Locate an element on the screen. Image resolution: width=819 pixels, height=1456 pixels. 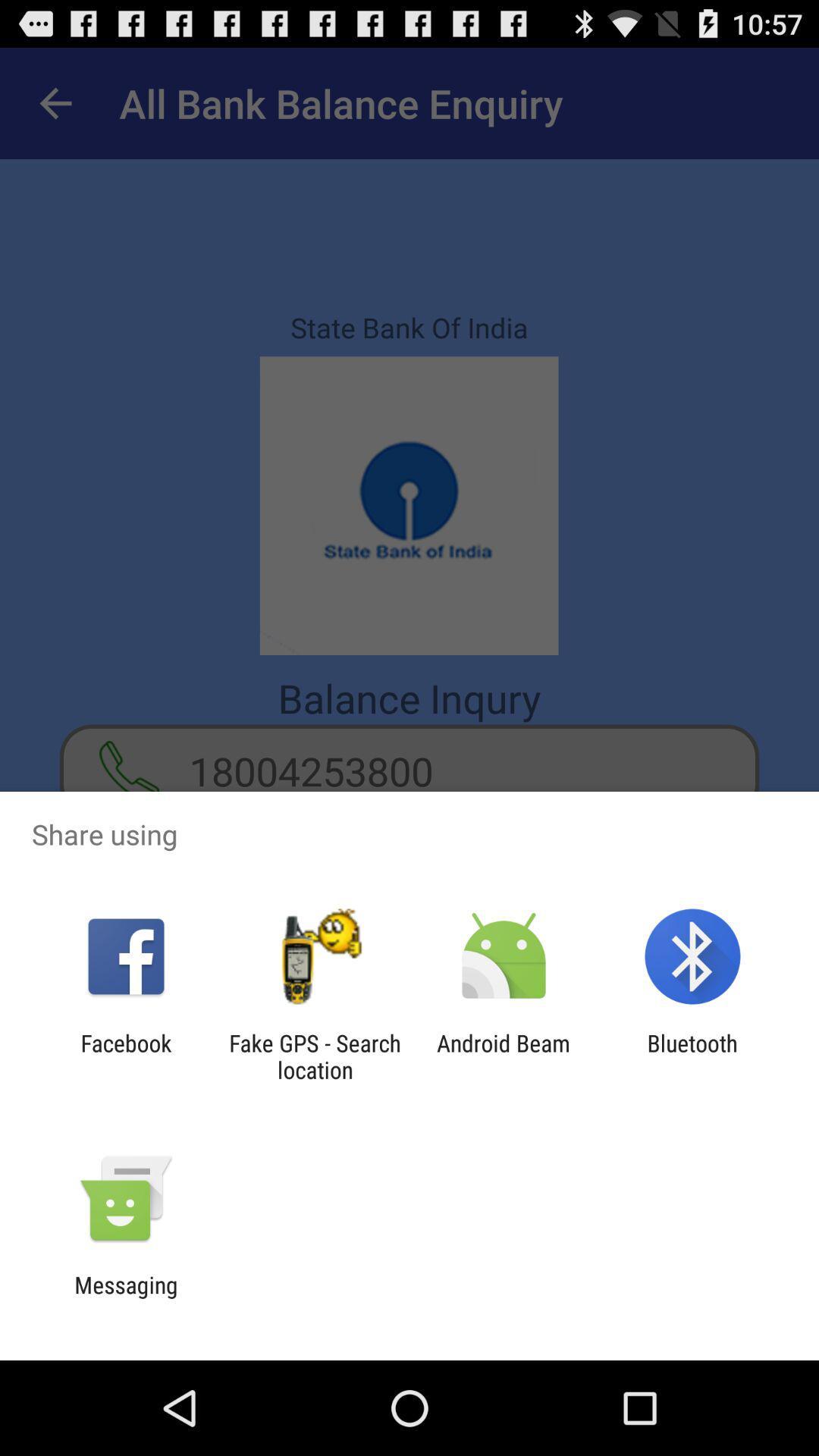
facebook icon is located at coordinates (125, 1056).